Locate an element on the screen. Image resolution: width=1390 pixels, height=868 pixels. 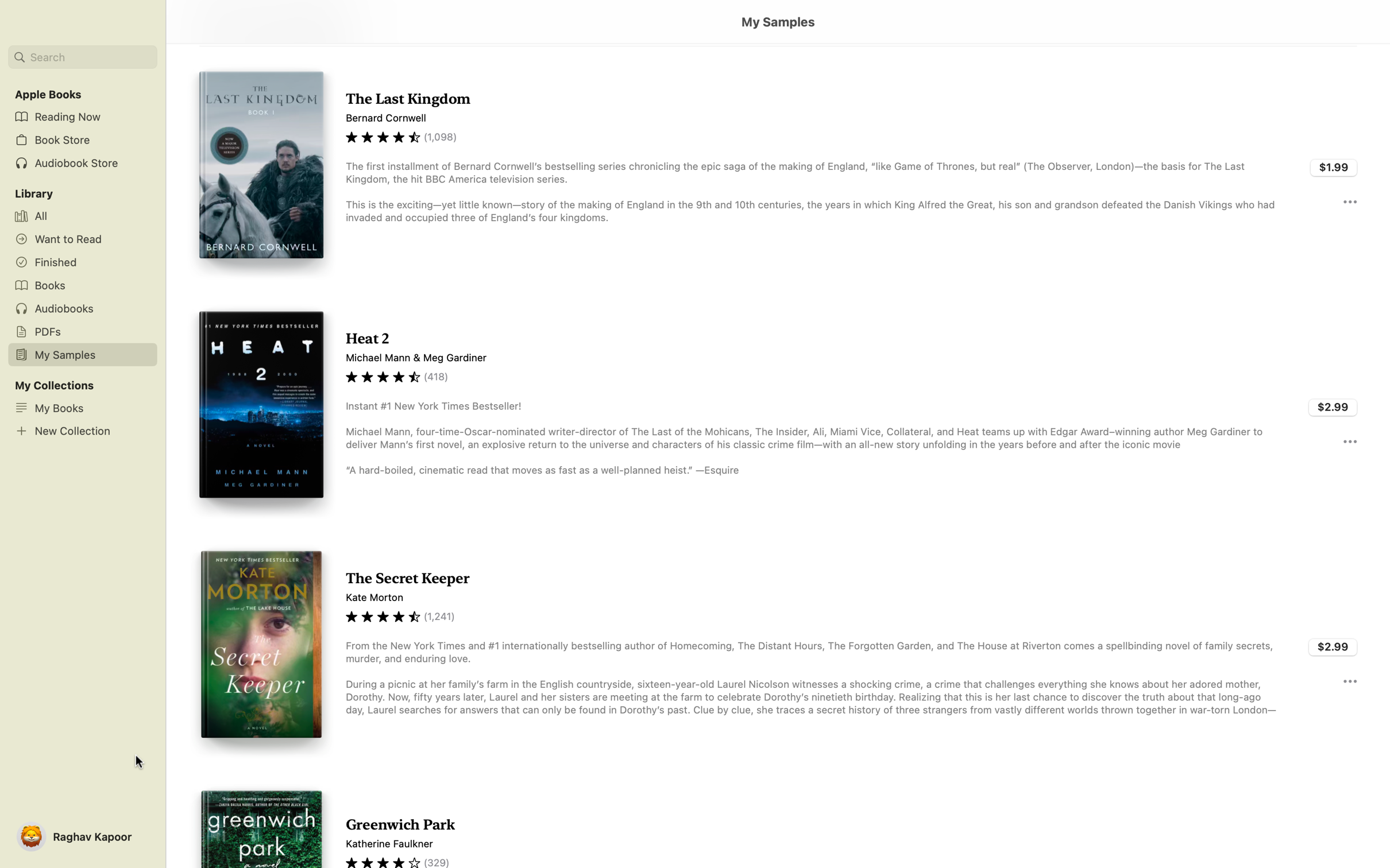
Double click and open the "Last Kingdom" excerpt is located at coordinates (777, 166).